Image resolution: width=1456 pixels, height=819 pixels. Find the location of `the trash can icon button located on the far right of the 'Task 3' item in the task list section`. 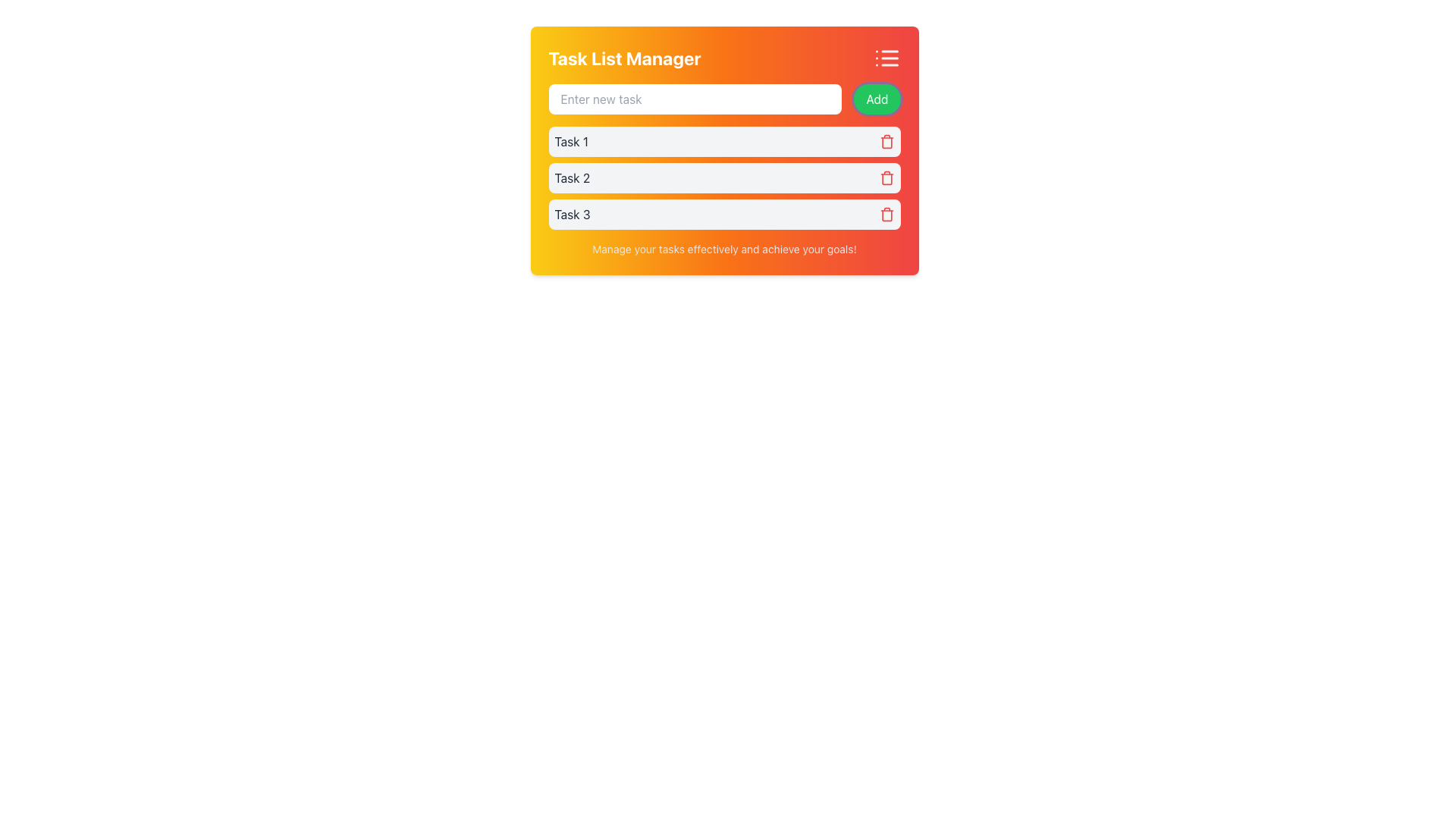

the trash can icon button located on the far right of the 'Task 3' item in the task list section is located at coordinates (886, 214).